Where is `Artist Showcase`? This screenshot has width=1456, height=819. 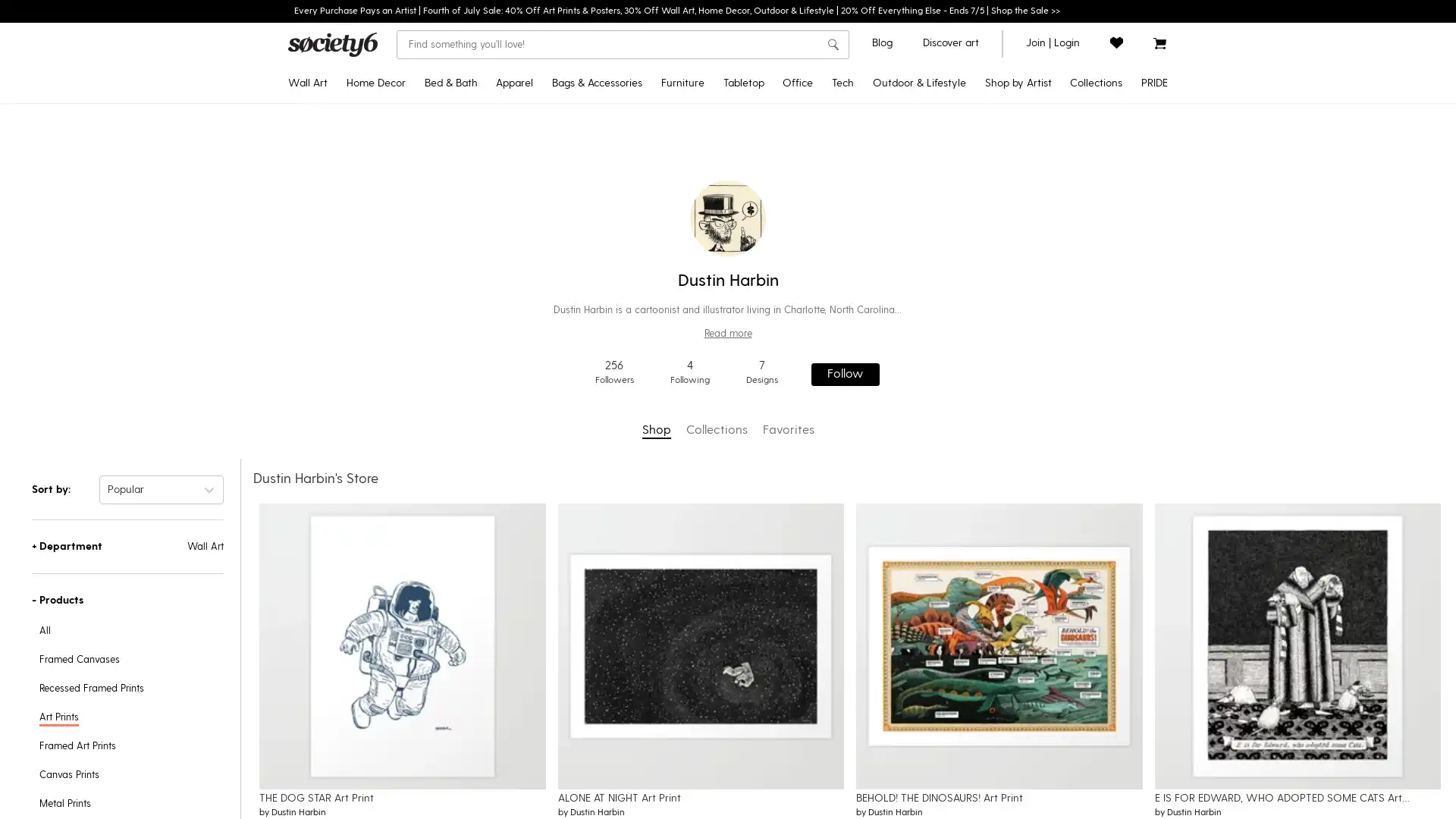 Artist Showcase is located at coordinates (977, 292).